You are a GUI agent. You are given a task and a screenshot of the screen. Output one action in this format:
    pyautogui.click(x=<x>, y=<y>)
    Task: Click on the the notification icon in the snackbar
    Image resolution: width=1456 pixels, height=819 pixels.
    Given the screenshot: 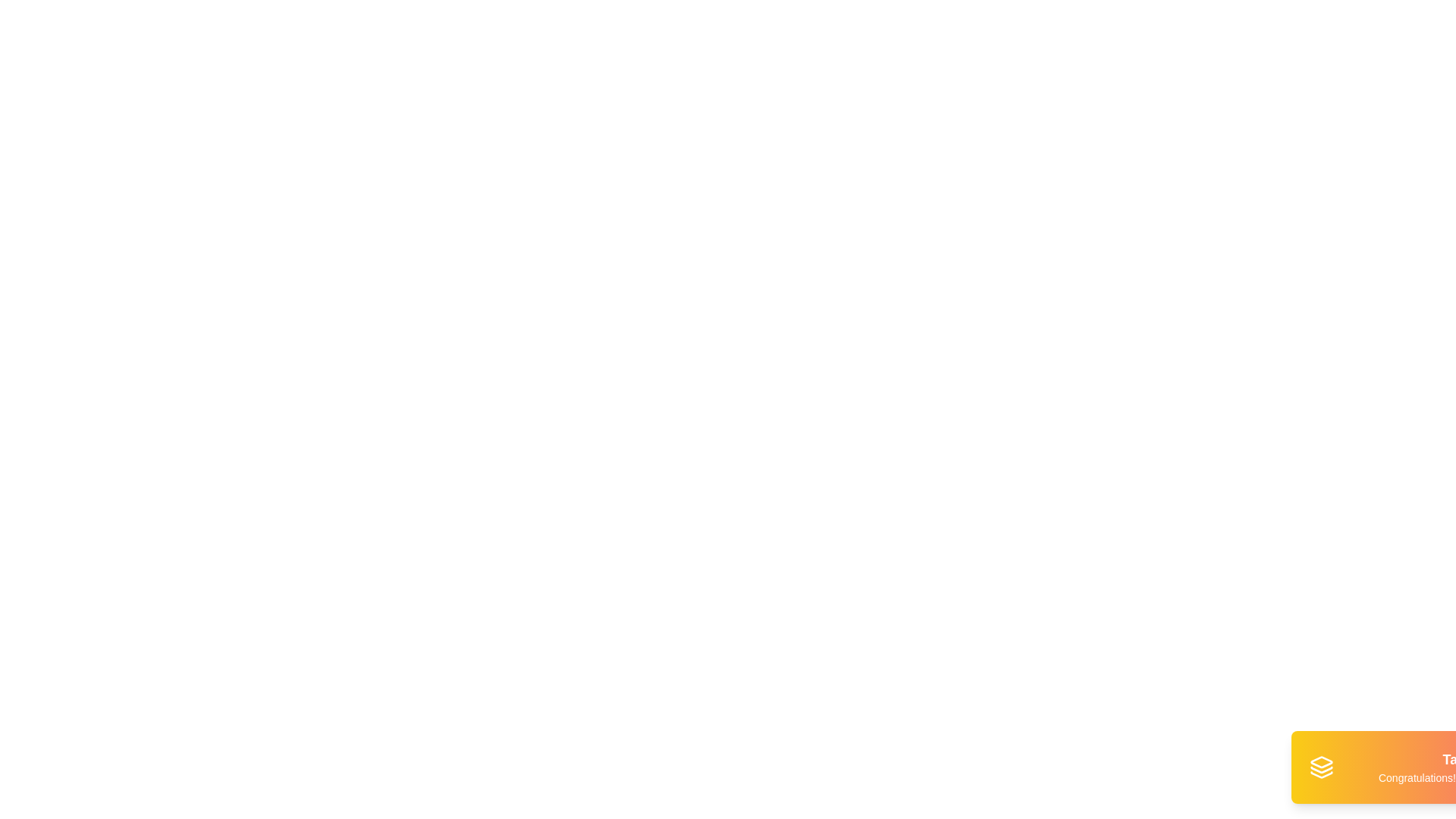 What is the action you would take?
    pyautogui.click(x=1320, y=767)
    